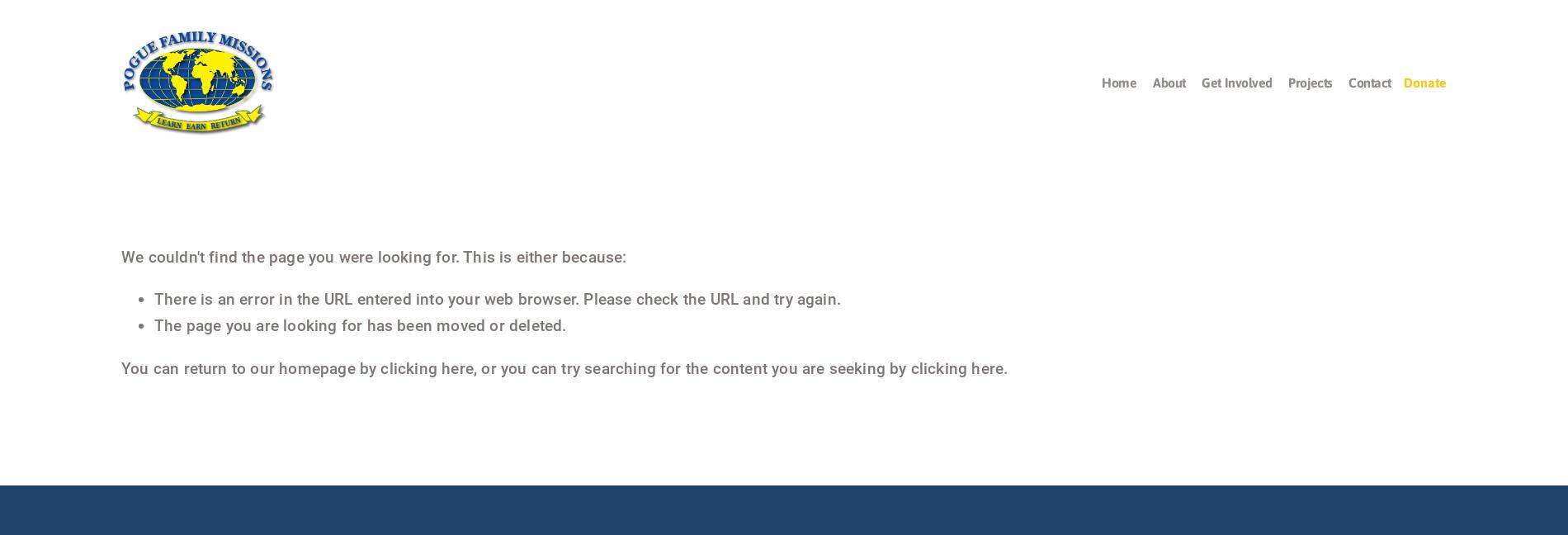 The height and width of the screenshot is (535, 1568). I want to click on 'We couldn't find the page you were looking for. This is either because:', so click(372, 256).